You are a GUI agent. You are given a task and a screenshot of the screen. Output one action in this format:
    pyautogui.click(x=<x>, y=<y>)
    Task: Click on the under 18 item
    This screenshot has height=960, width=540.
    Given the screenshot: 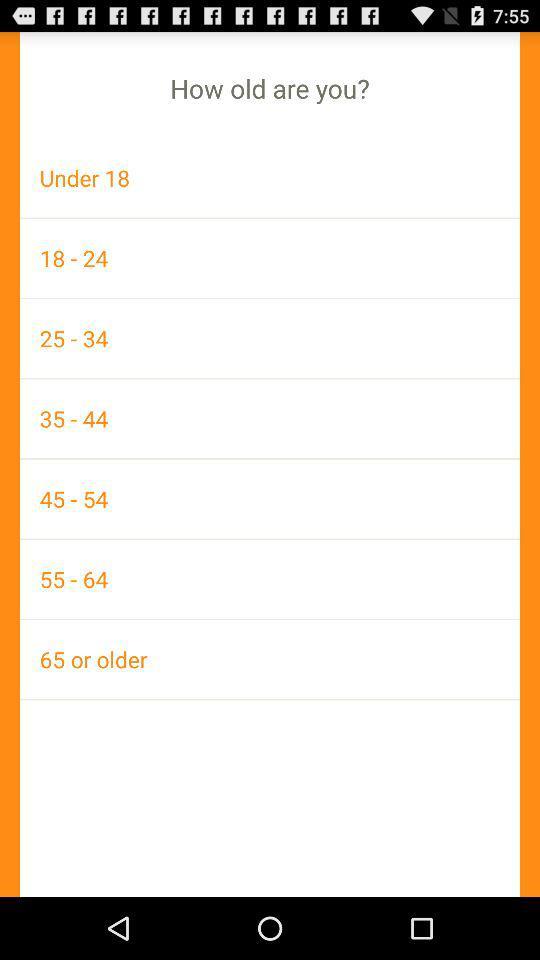 What is the action you would take?
    pyautogui.click(x=270, y=177)
    